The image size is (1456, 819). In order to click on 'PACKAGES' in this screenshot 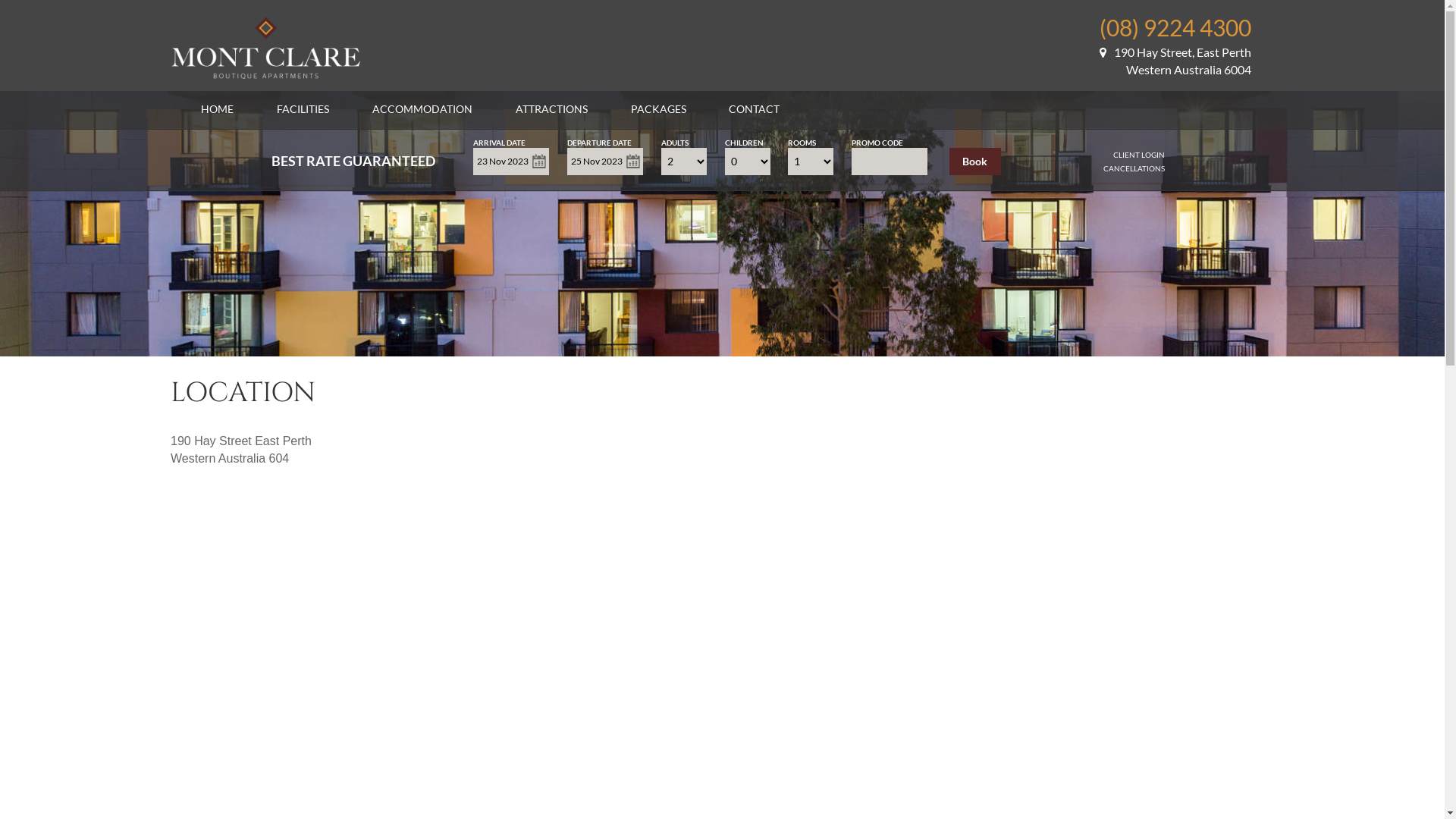, I will do `click(658, 108)`.